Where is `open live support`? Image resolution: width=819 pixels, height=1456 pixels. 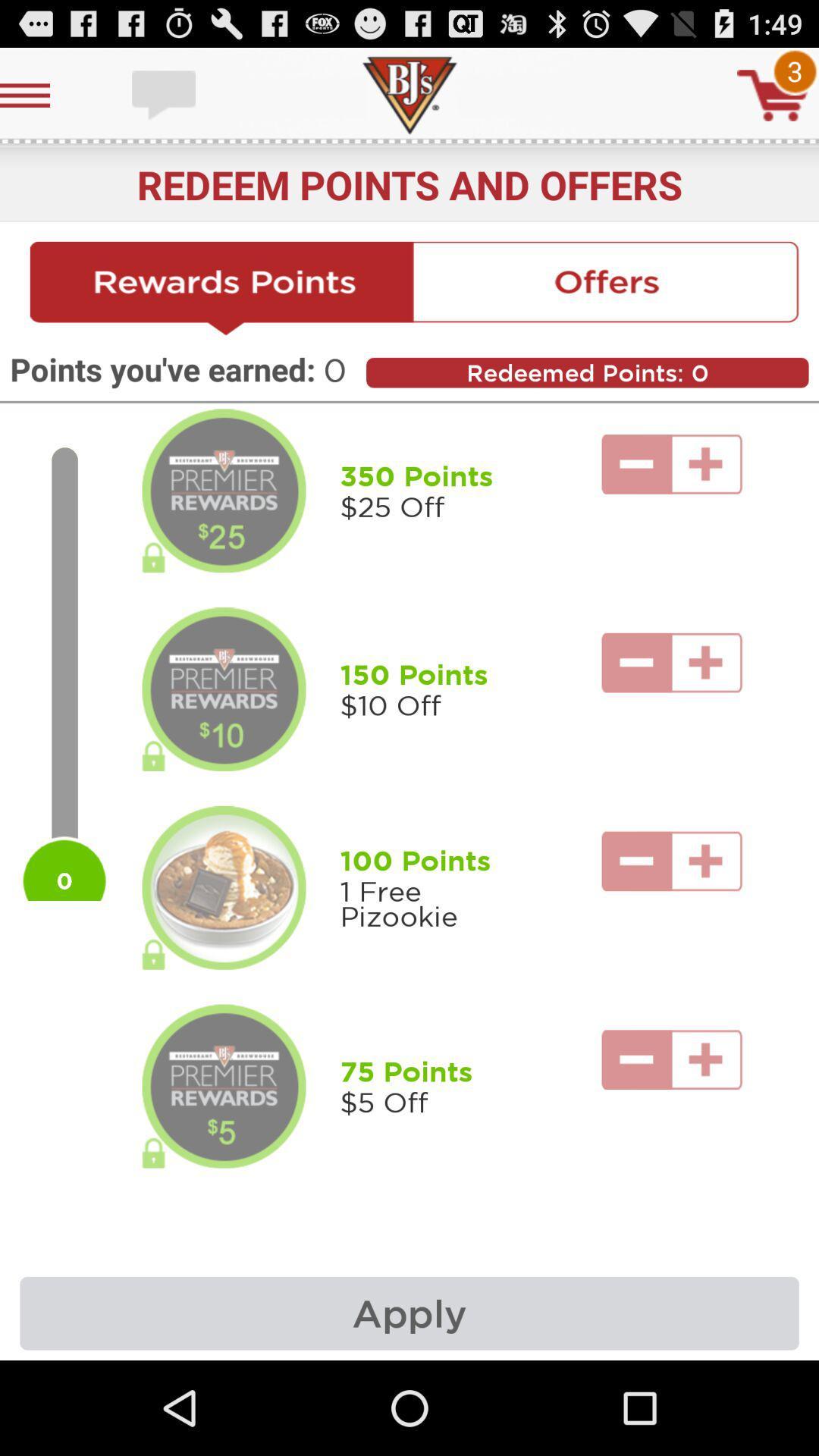 open live support is located at coordinates (165, 94).